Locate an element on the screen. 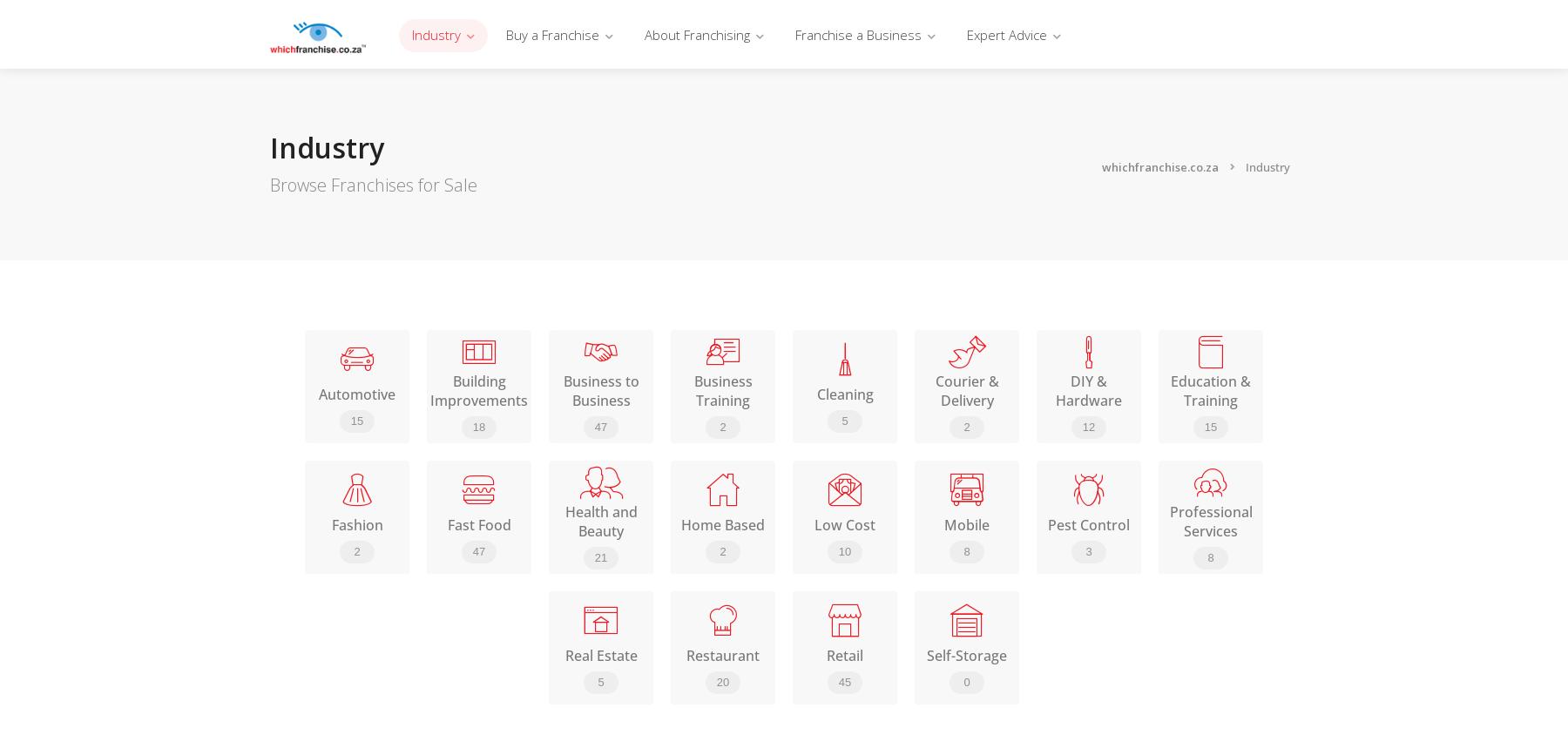 This screenshot has width=1568, height=748. 'Health and Beauty' is located at coordinates (599, 521).